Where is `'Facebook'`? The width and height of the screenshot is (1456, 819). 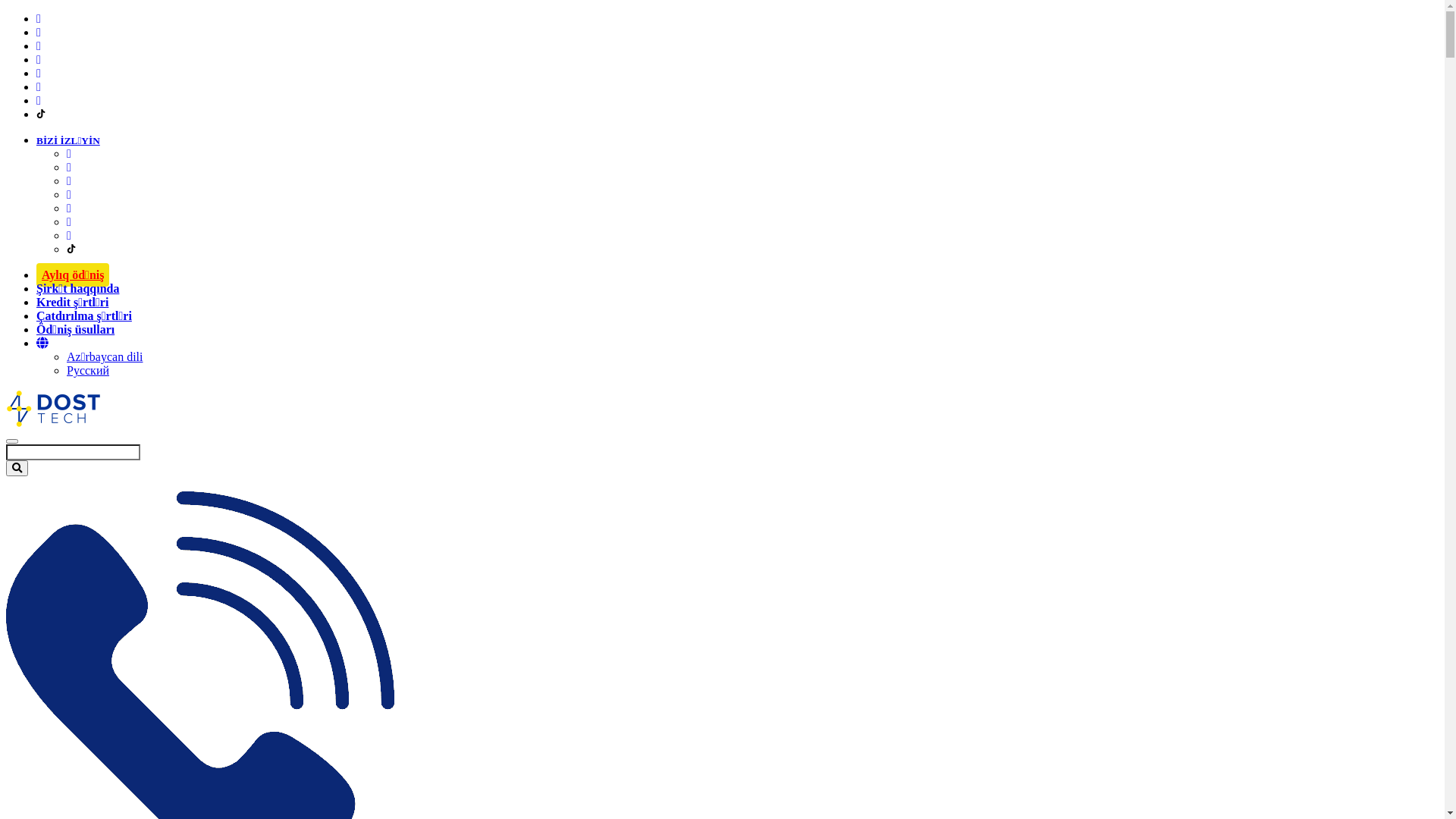 'Facebook' is located at coordinates (68, 153).